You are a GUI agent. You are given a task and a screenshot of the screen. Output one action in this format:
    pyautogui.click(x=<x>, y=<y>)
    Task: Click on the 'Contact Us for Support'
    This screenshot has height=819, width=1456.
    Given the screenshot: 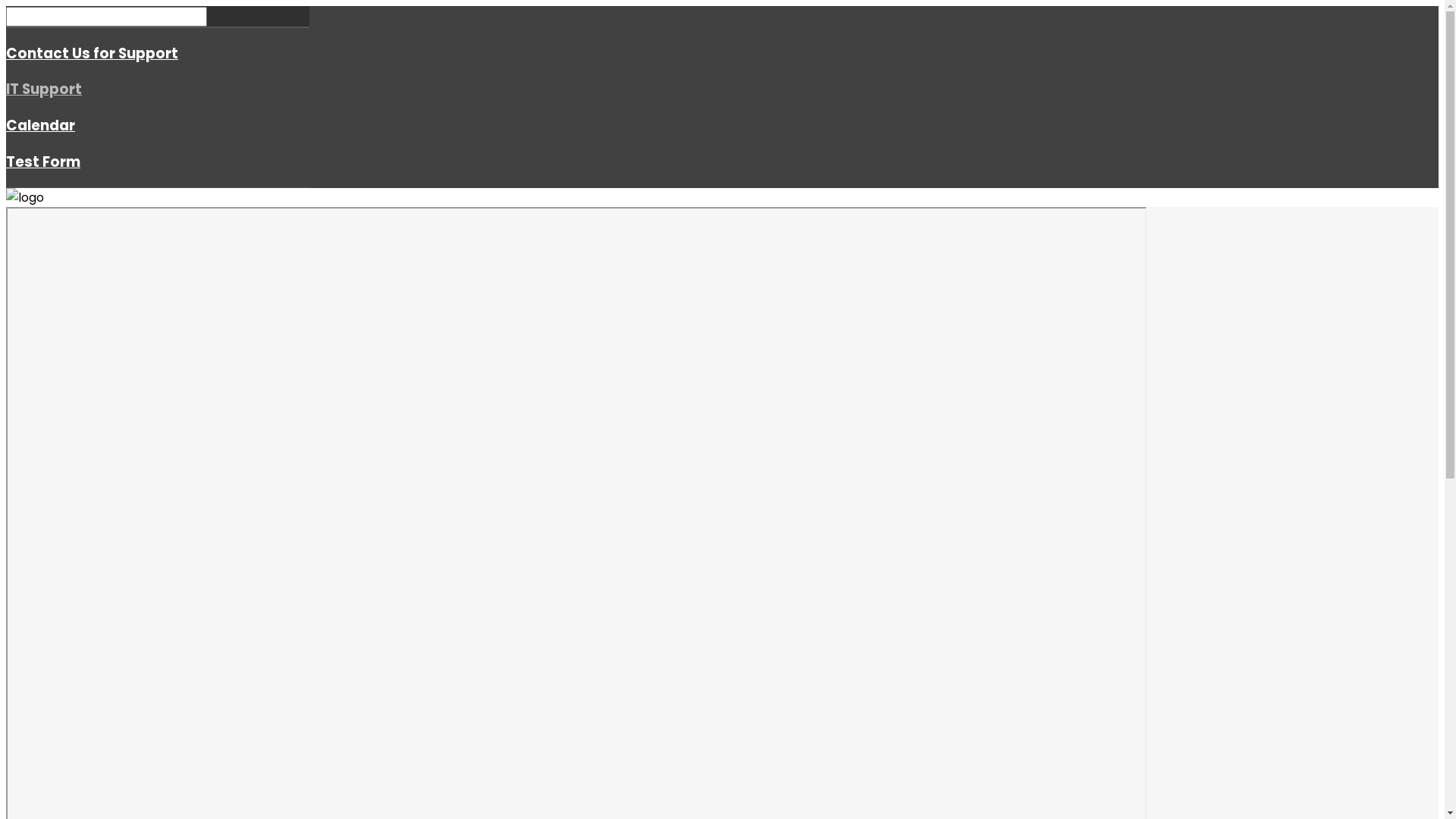 What is the action you would take?
    pyautogui.click(x=6, y=52)
    